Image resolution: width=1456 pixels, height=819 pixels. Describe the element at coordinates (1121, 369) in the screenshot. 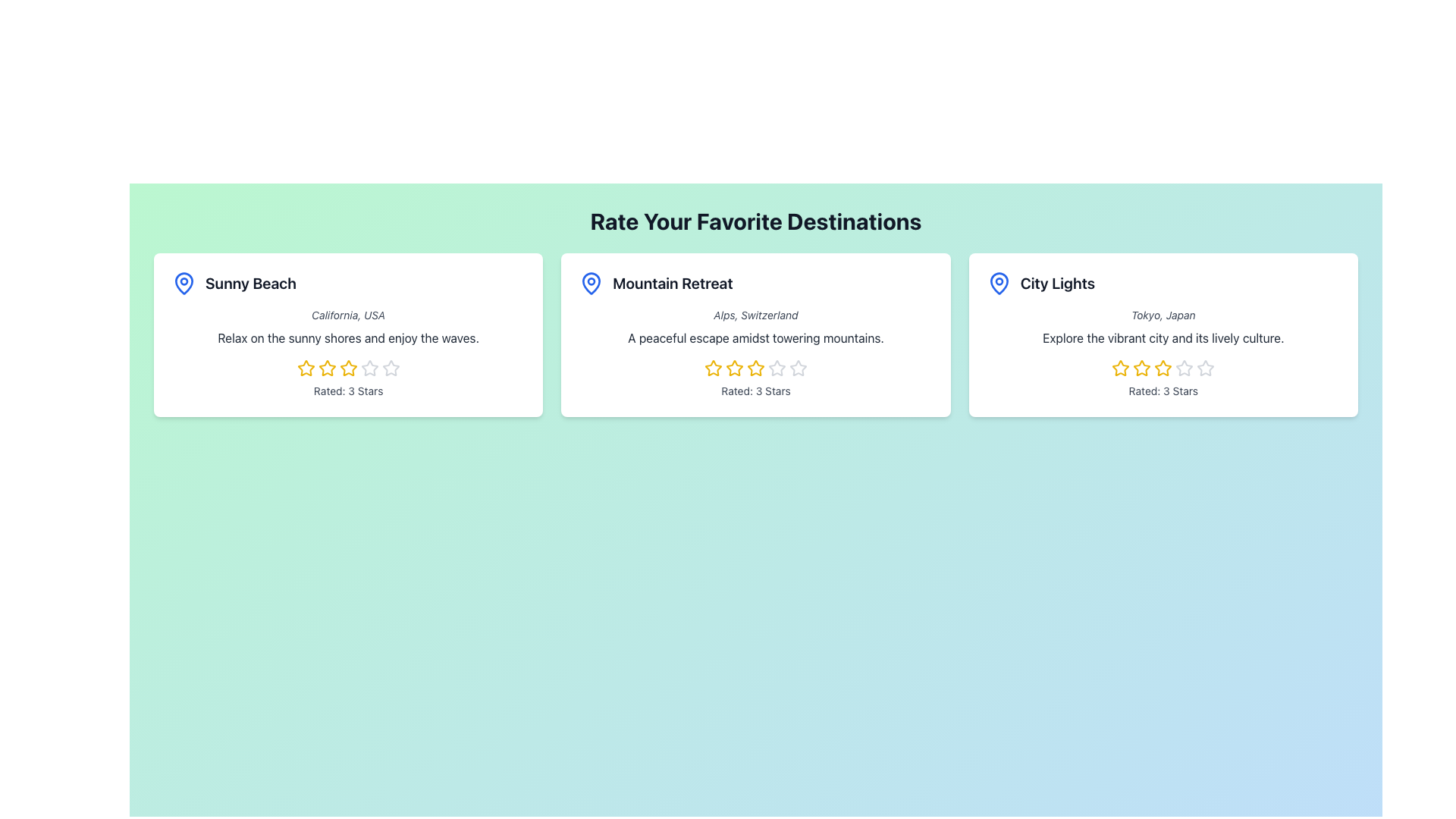

I see `the first star icon in the 'City Lights' card under the 'Rate Your Favorite Destinations' section to select a rating` at that location.